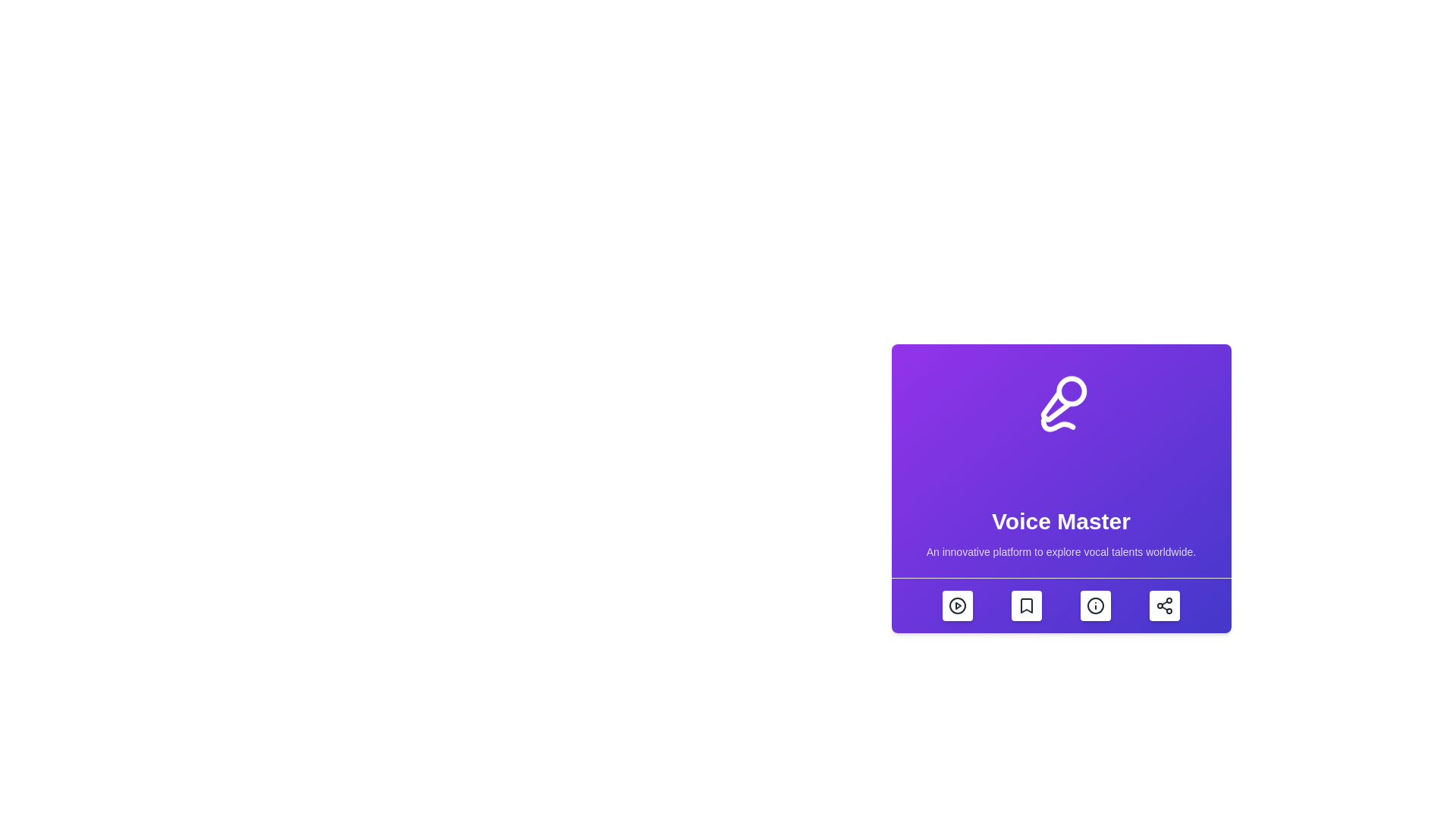 The height and width of the screenshot is (819, 1456). Describe the element at coordinates (1095, 604) in the screenshot. I see `the information icon button located at the center of the bottom row of icons on the purple card` at that location.